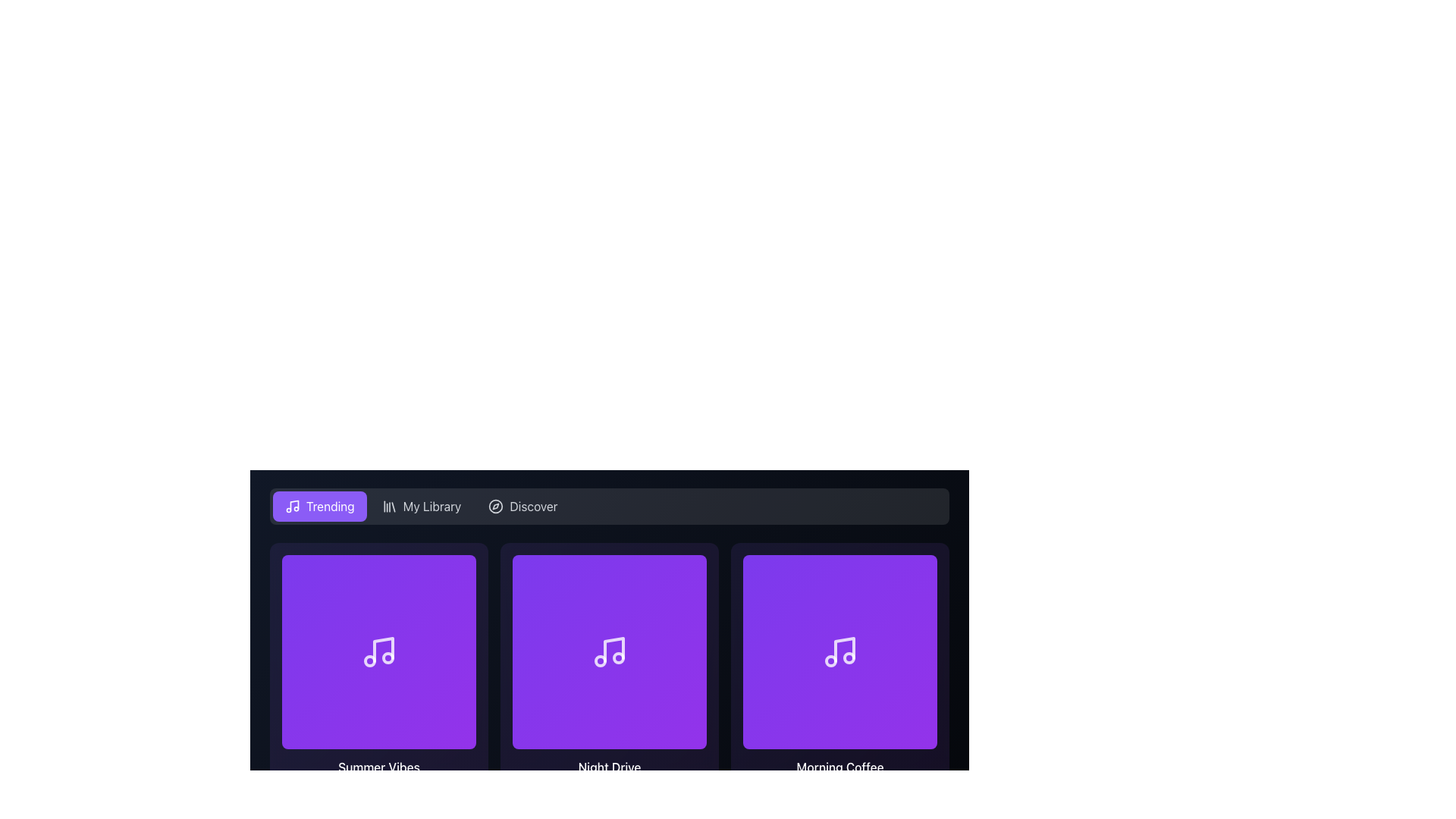 The height and width of the screenshot is (819, 1456). I want to click on the music or audio icon located at the center of the square card under the 'Morning Coffee' label, so click(839, 651).